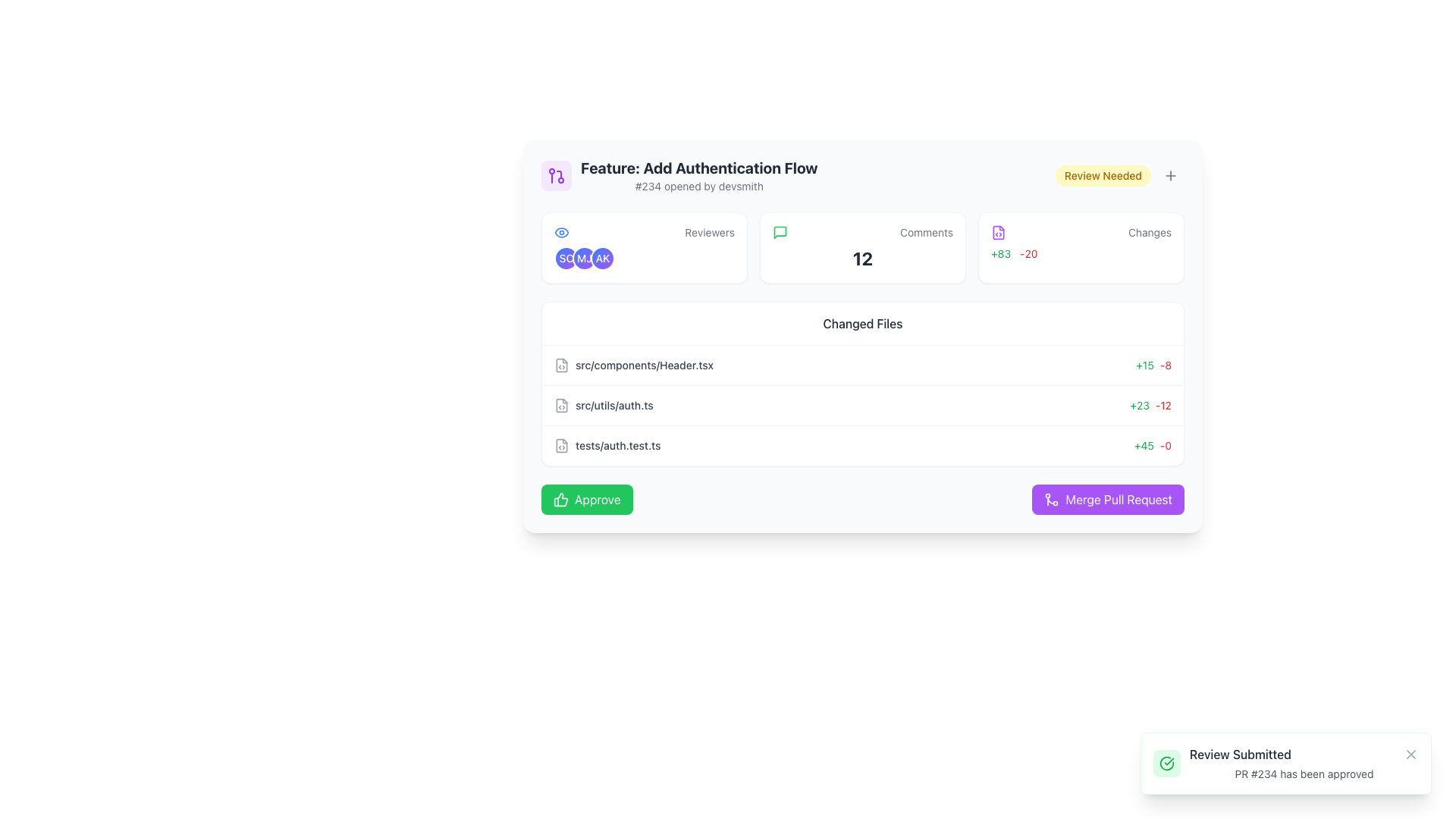 Image resolution: width=1456 pixels, height=819 pixels. I want to click on the list item summarizing changes made to the file 'tests/auth.test.ts', so click(862, 444).